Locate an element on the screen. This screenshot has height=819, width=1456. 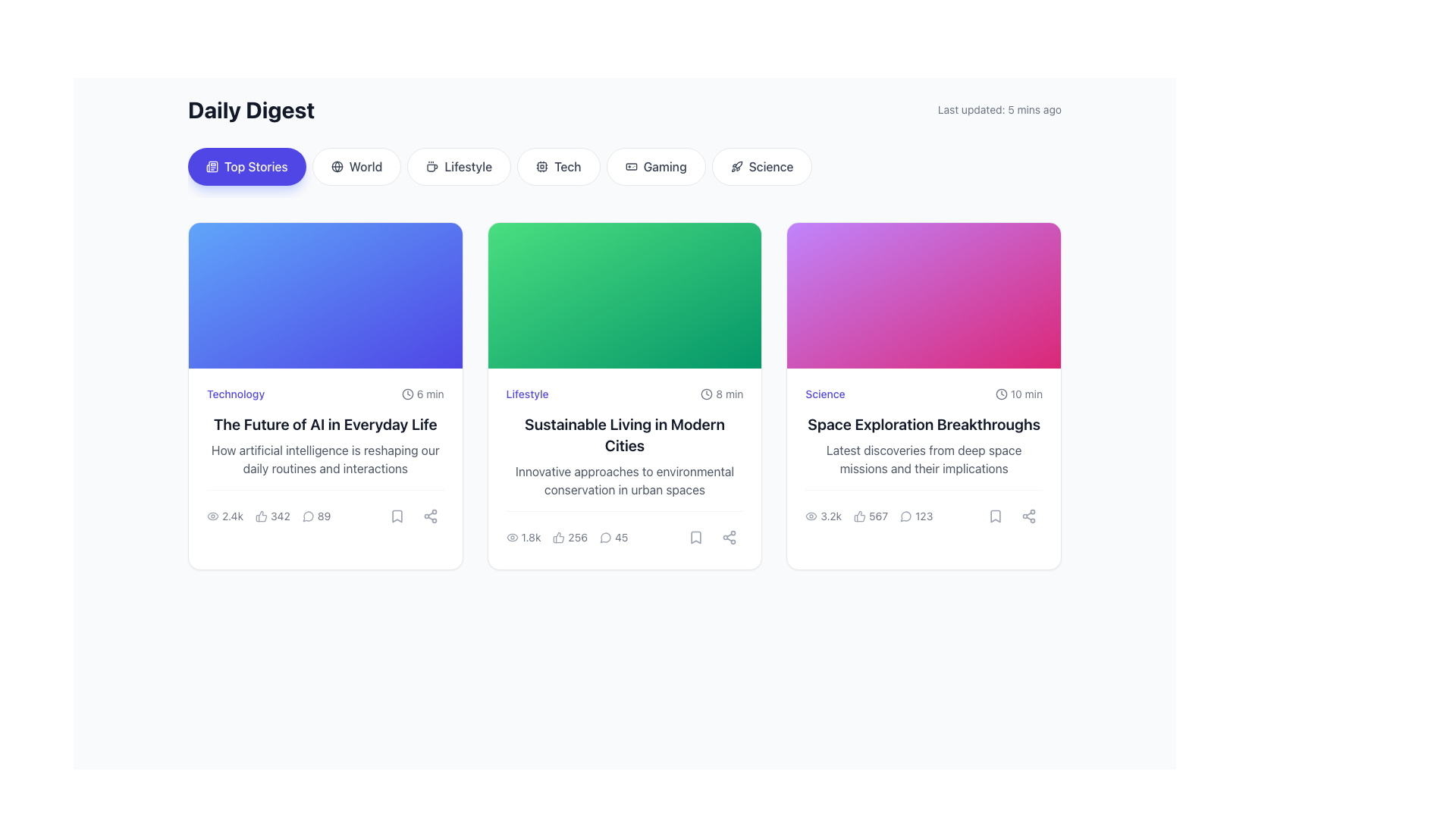
the decorative background element of the 'Science' card, which is a rectangular gradient transitioning from purple to pink, located at the top of the card is located at coordinates (923, 295).